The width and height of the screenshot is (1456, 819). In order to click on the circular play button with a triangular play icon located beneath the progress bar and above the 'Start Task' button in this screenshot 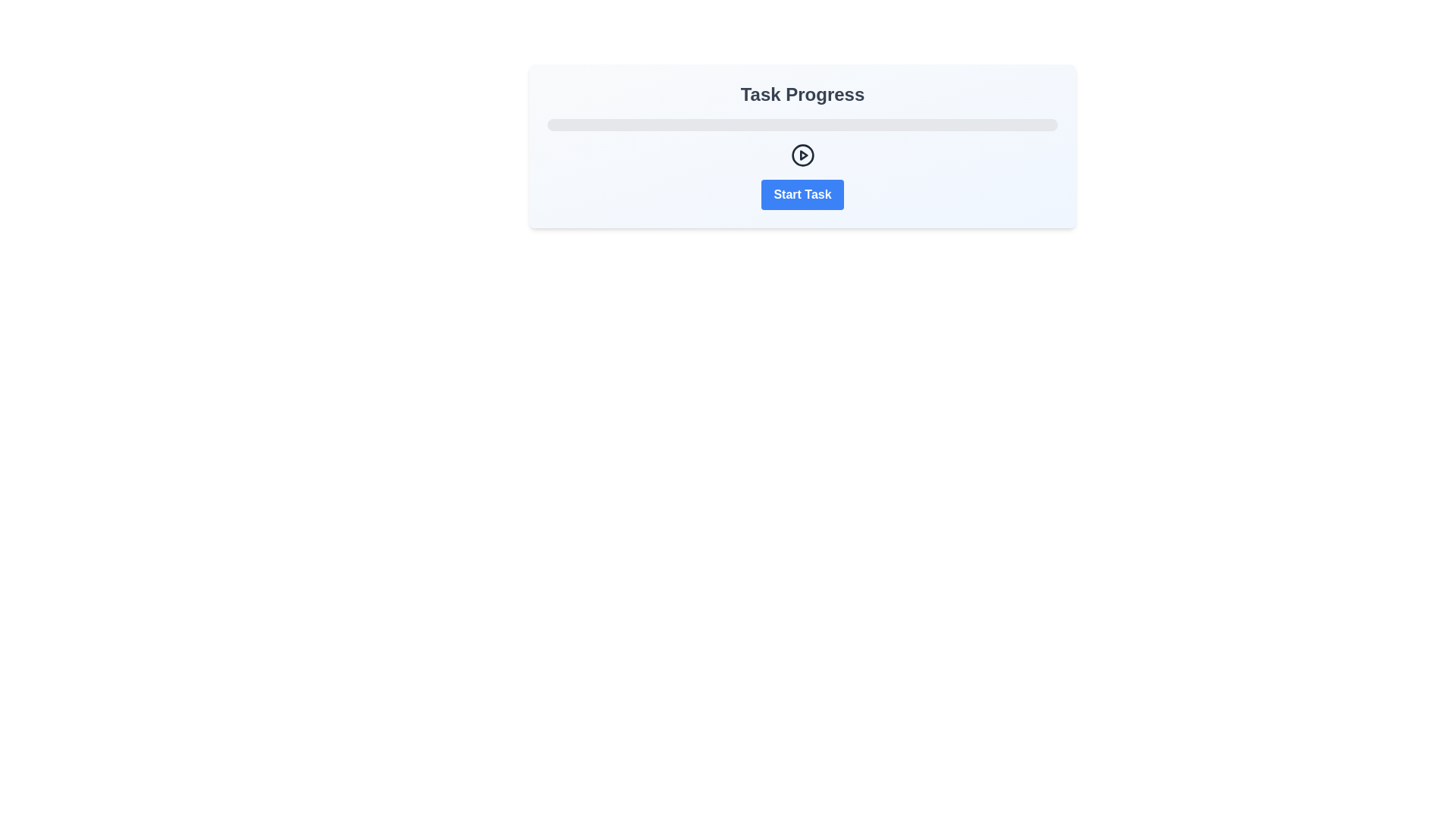, I will do `click(802, 155)`.